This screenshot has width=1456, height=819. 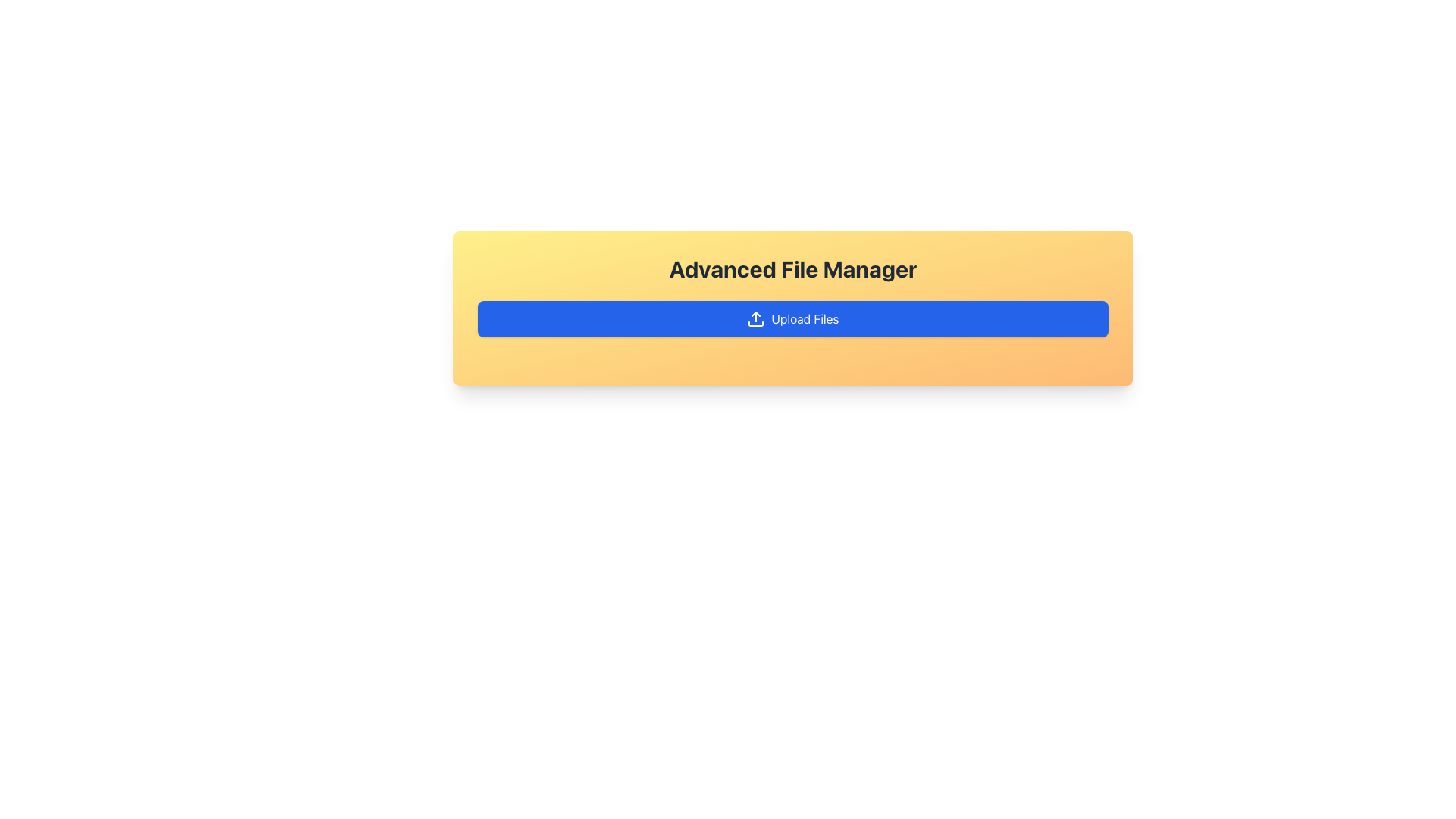 I want to click on the SVG Icon representing the upload functionality, which is located within the blue button labeled 'Upload Files', positioned to the left of the button text, so click(x=756, y=318).